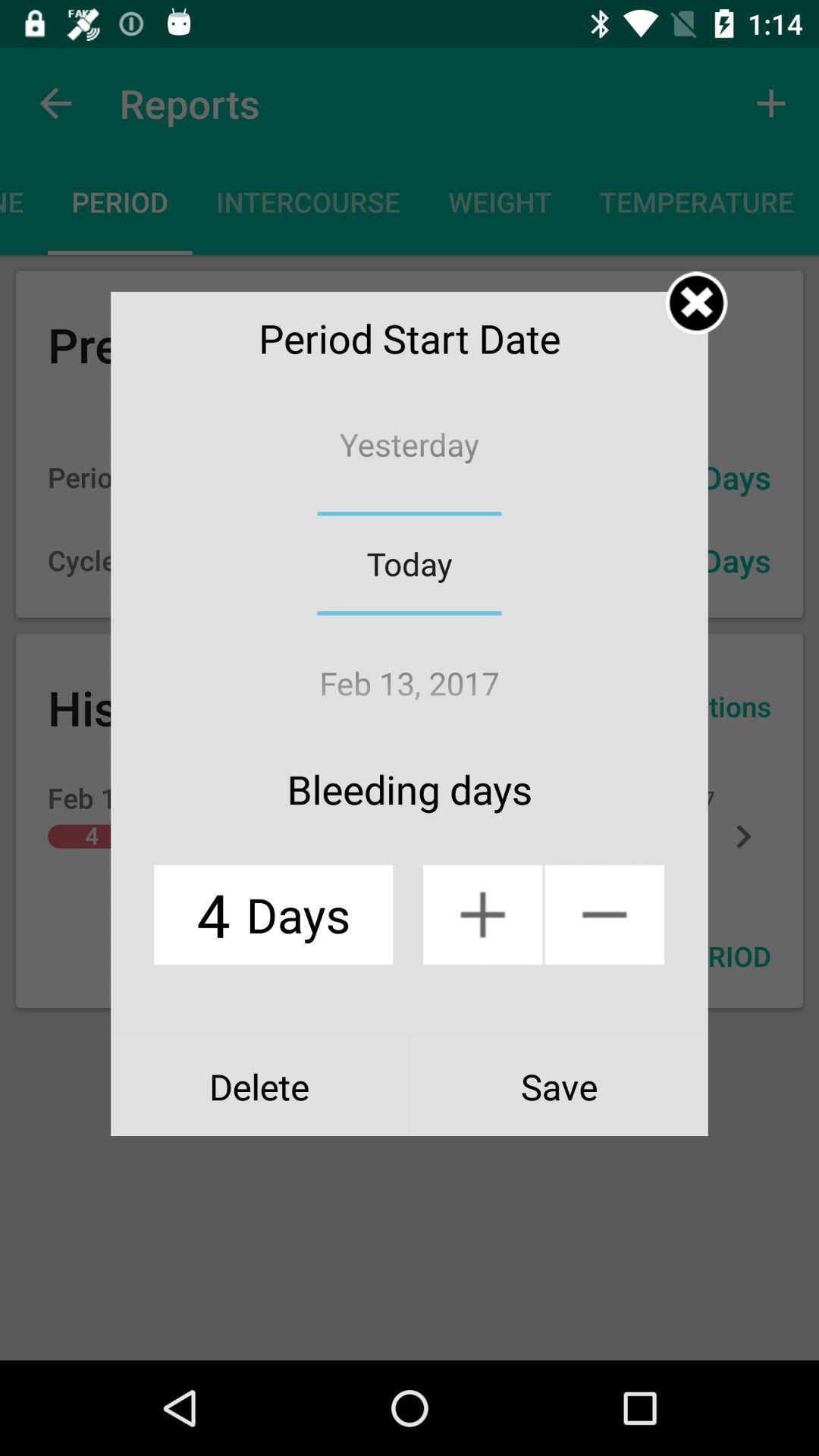  What do you see at coordinates (482, 914) in the screenshot?
I see `plus button` at bounding box center [482, 914].